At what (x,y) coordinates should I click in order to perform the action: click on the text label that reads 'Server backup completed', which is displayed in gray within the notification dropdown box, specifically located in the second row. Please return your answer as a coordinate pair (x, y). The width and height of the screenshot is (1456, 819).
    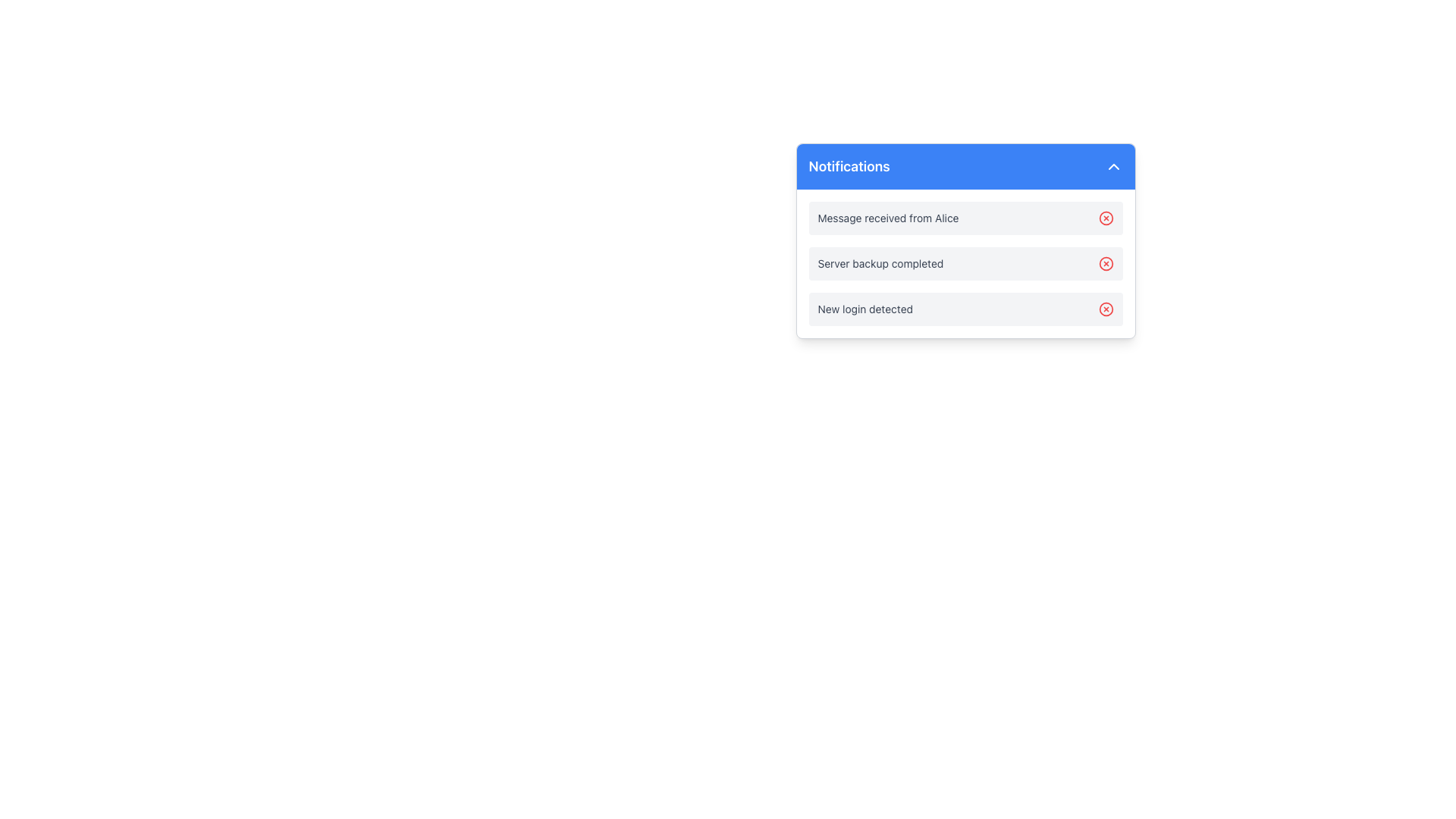
    Looking at the image, I should click on (880, 262).